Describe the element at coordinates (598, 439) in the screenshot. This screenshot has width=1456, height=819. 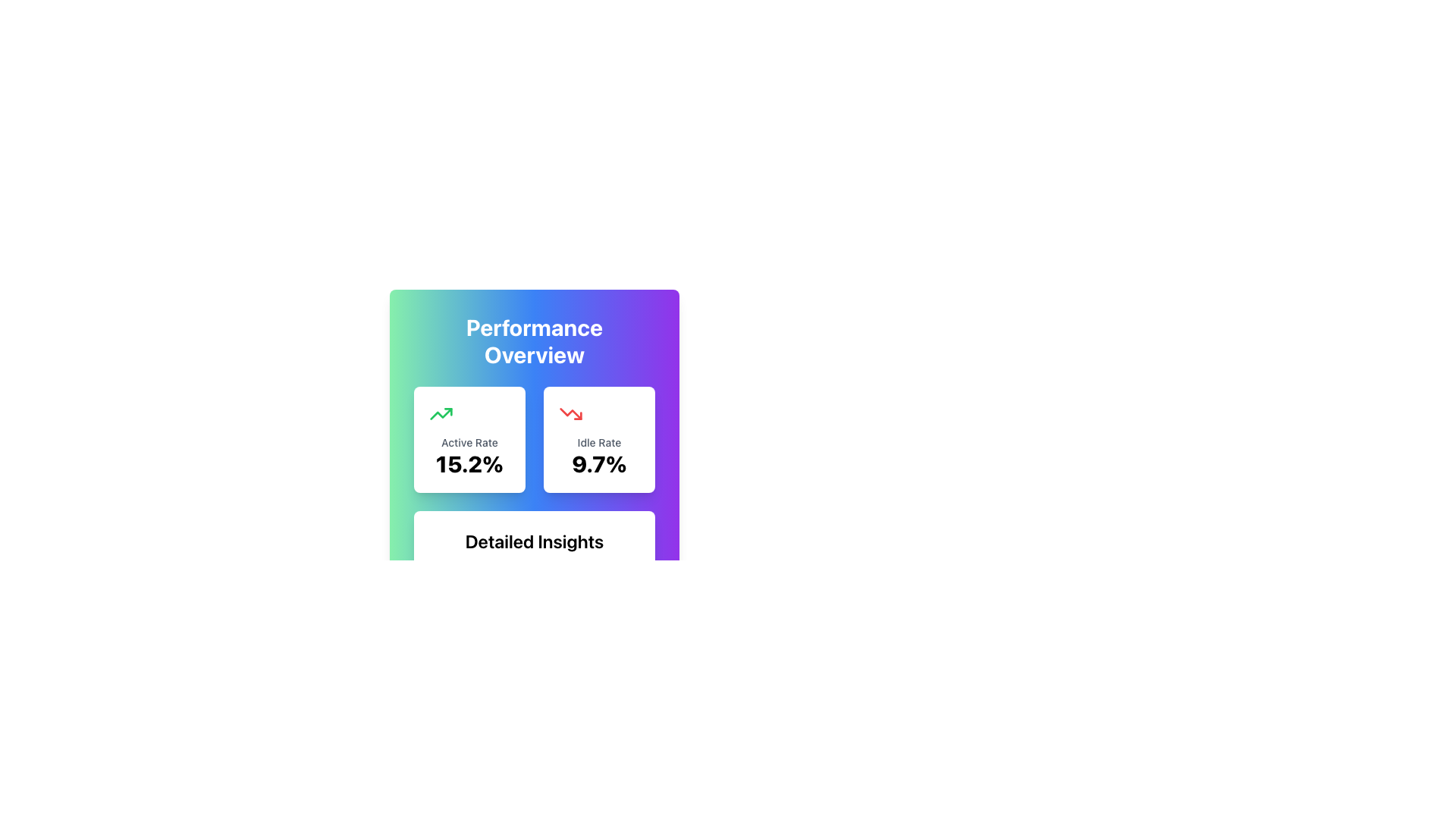
I see `text displayed on the Information card representing the current idle rate, located in the bottom-right of the grid beside the 'Active Rate' box` at that location.